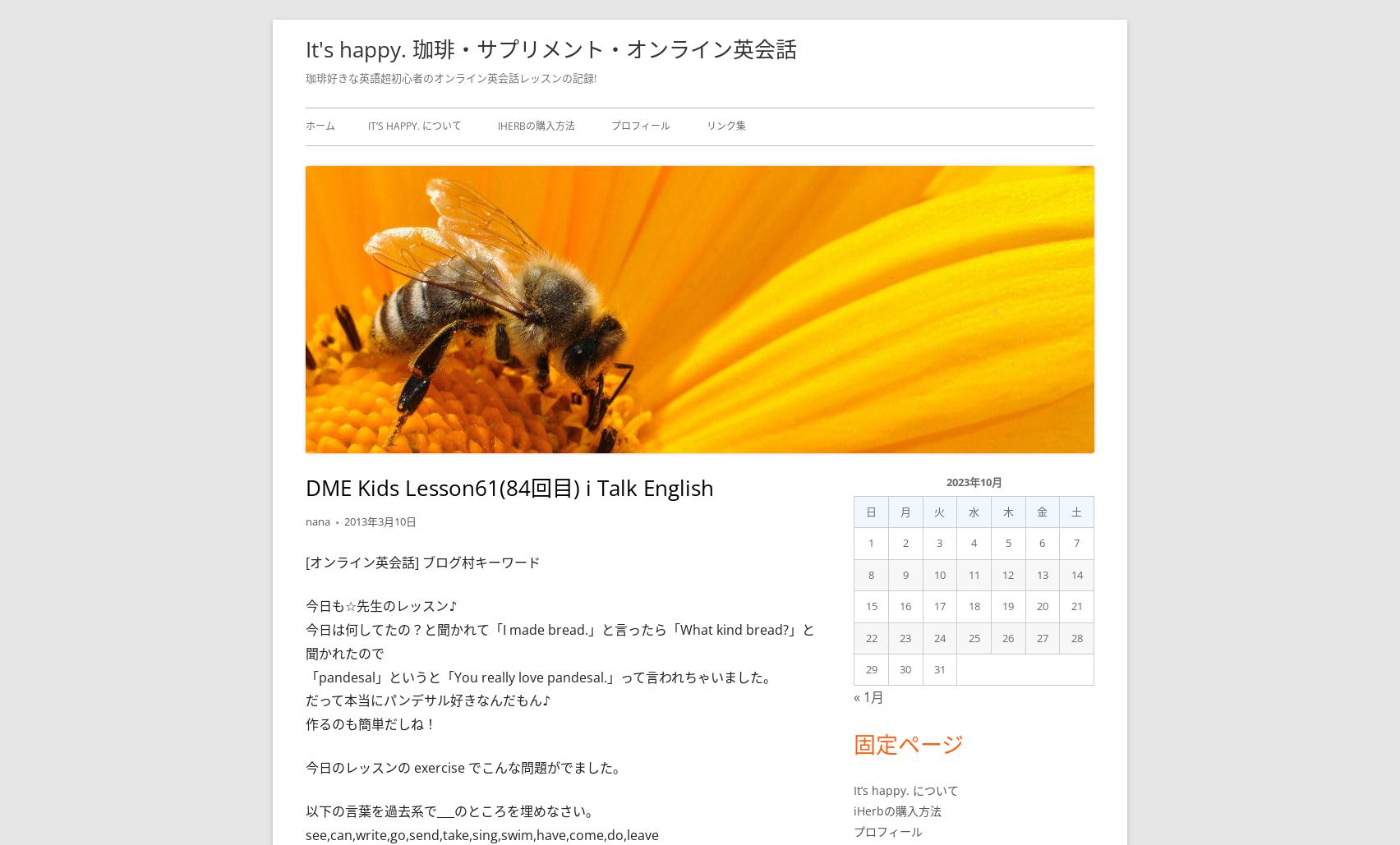  What do you see at coordinates (1040, 605) in the screenshot?
I see `'20'` at bounding box center [1040, 605].